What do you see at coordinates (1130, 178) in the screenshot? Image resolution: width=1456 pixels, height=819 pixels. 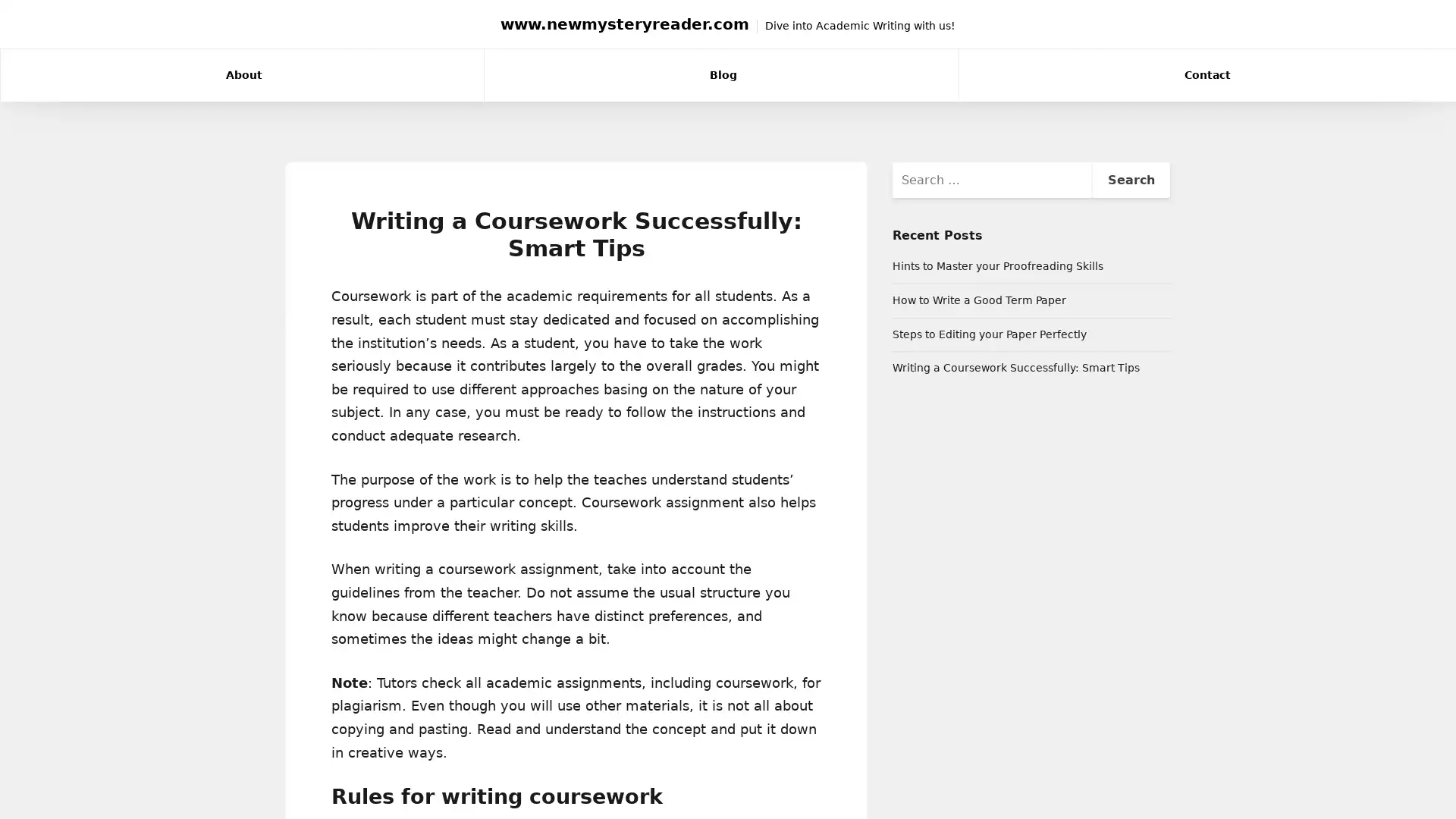 I see `Search` at bounding box center [1130, 178].